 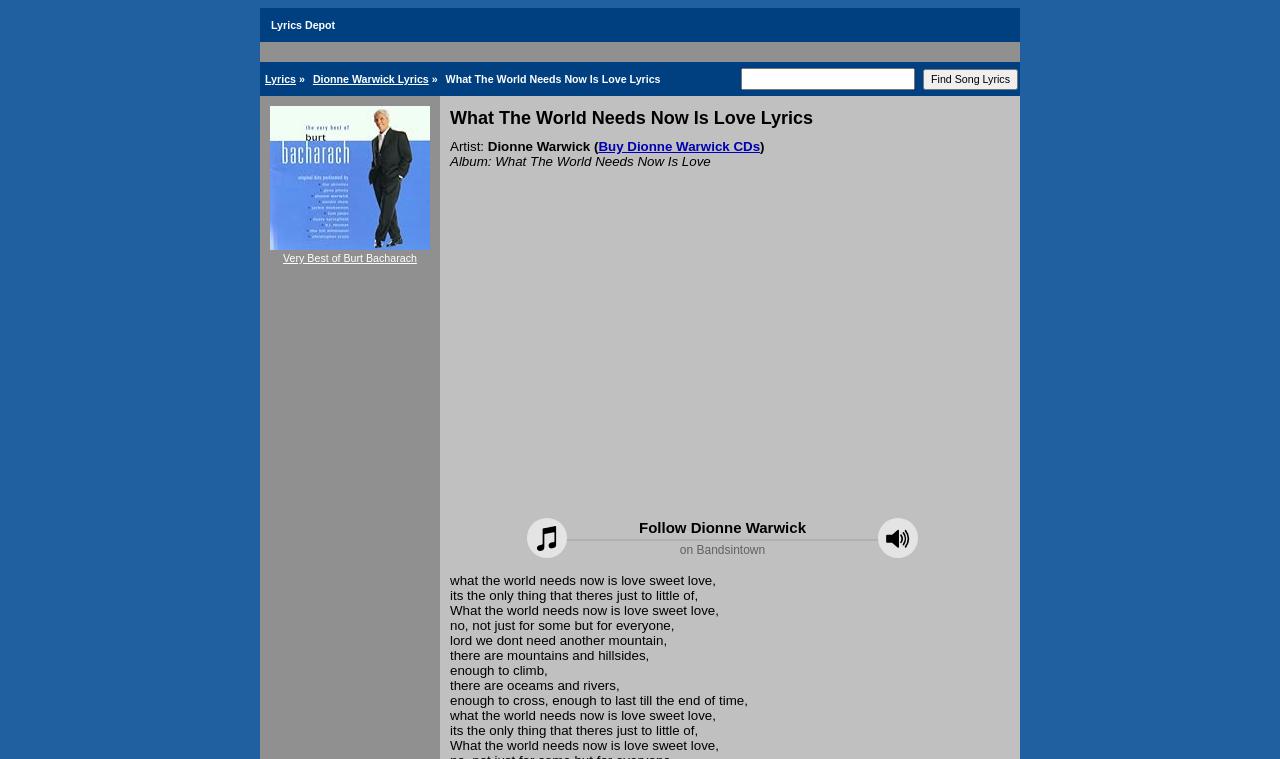 I want to click on 'no, not just for some but for everyone,', so click(x=449, y=624).